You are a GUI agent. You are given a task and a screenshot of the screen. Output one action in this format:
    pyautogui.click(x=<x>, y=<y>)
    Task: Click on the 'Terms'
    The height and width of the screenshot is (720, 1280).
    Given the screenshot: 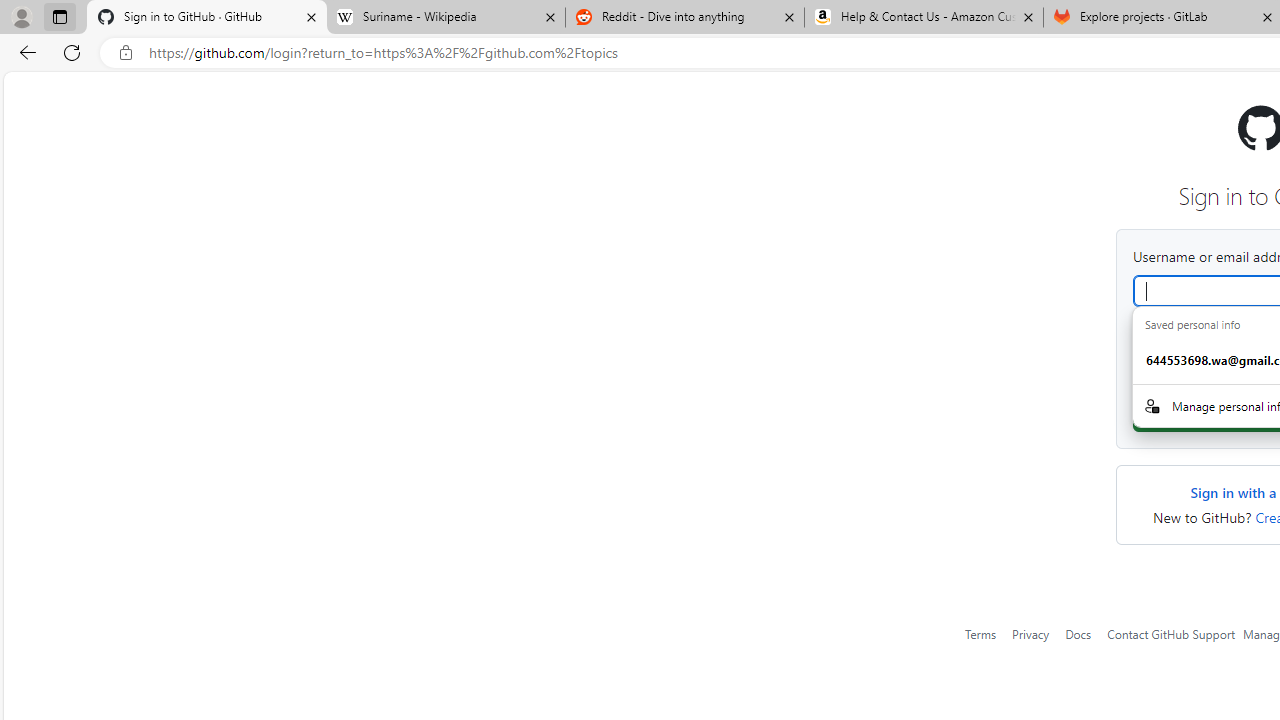 What is the action you would take?
    pyautogui.click(x=981, y=633)
    